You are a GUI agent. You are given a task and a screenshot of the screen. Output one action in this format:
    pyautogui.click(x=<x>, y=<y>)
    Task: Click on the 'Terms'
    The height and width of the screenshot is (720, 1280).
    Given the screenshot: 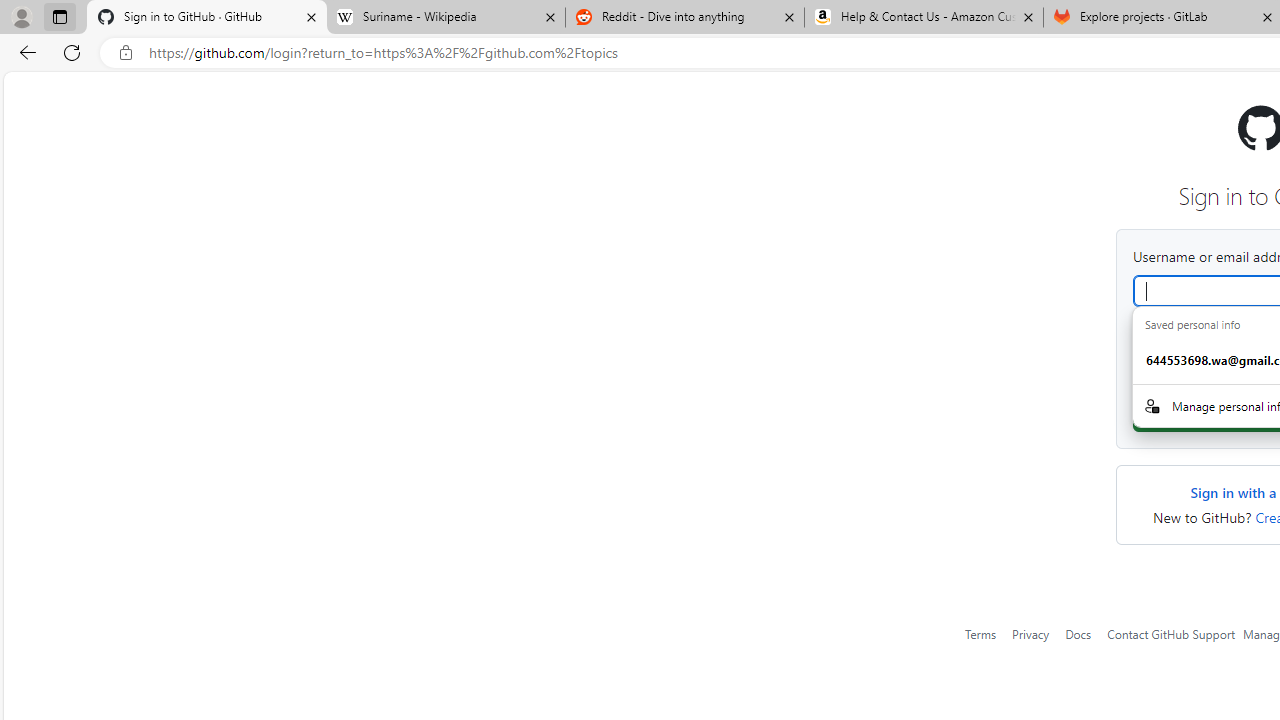 What is the action you would take?
    pyautogui.click(x=981, y=633)
    